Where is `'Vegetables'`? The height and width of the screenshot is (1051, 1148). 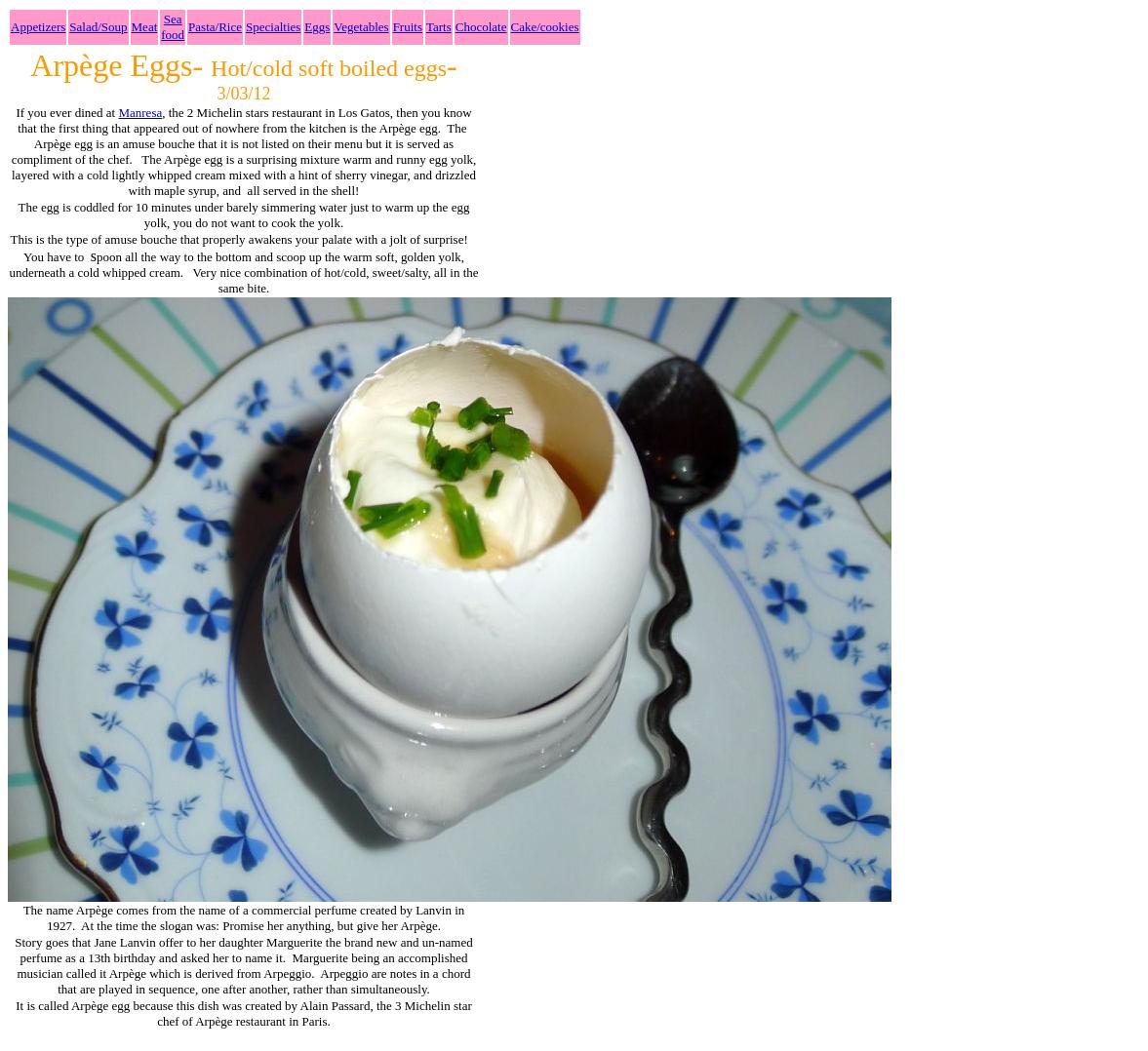 'Vegetables' is located at coordinates (360, 25).